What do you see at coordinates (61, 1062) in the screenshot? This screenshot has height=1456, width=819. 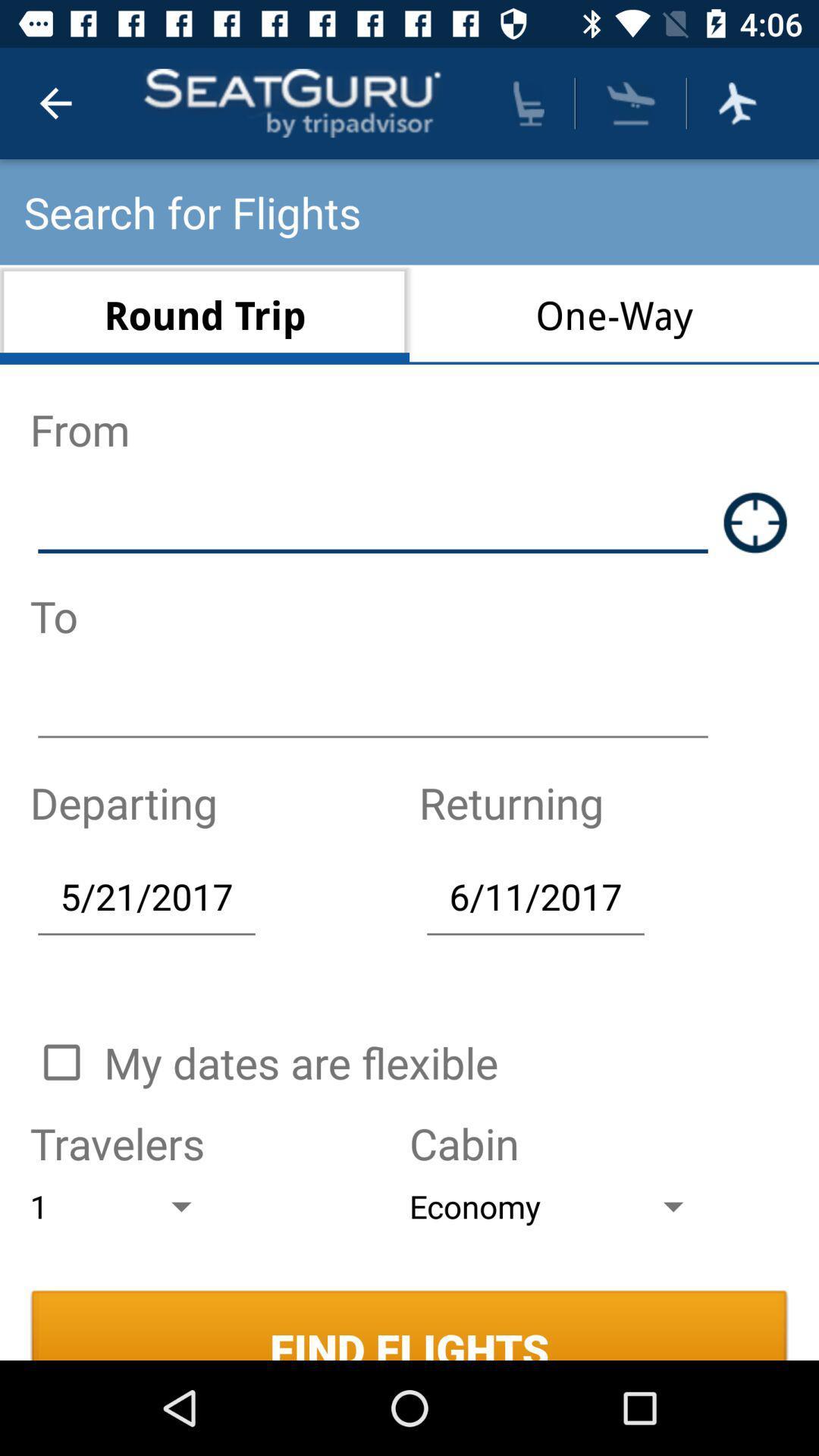 I see `button` at bounding box center [61, 1062].